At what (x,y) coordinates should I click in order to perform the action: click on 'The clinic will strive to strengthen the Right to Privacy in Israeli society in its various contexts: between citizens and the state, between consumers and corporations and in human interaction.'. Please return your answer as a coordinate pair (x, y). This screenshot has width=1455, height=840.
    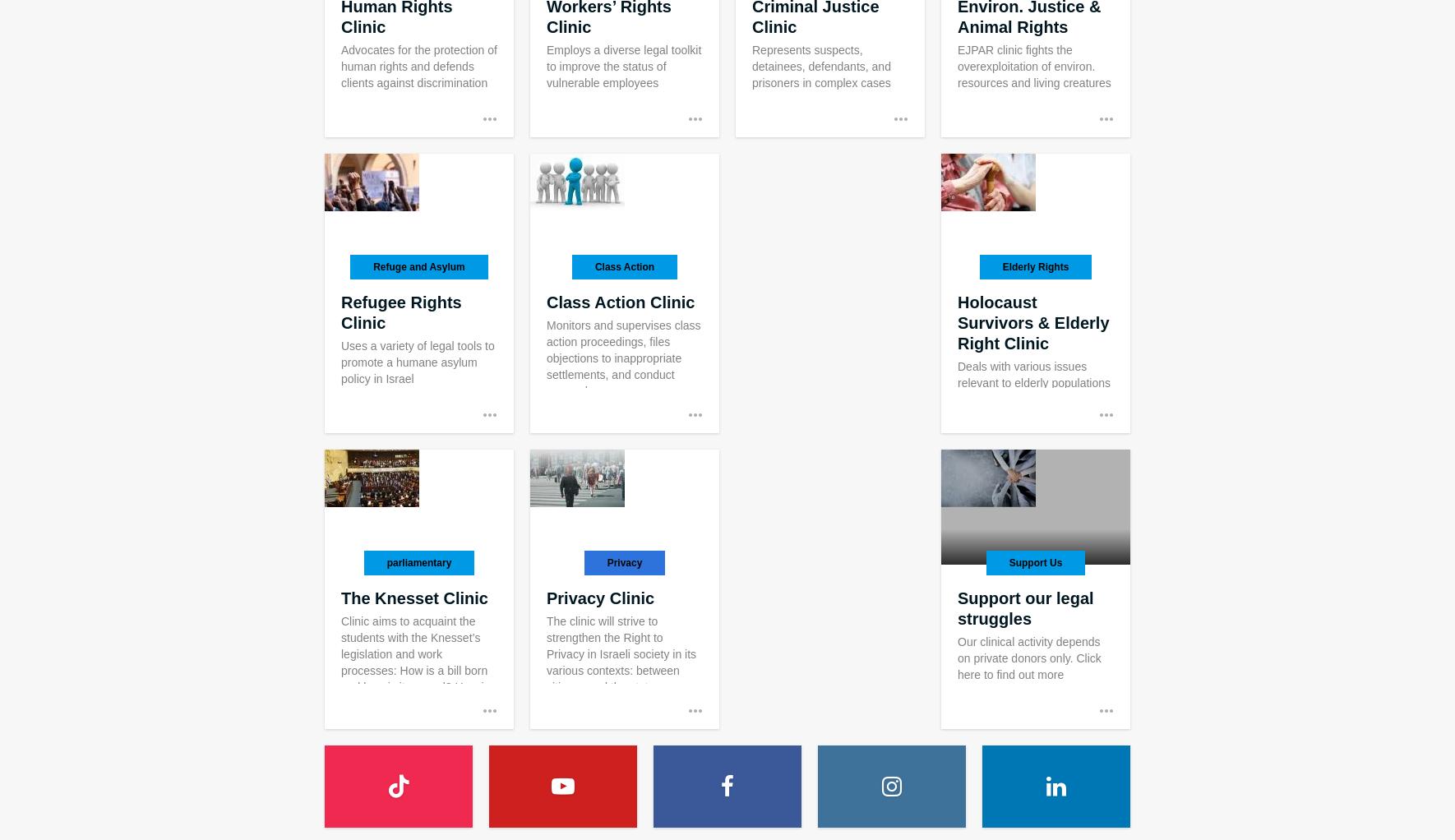
    Looking at the image, I should click on (545, 677).